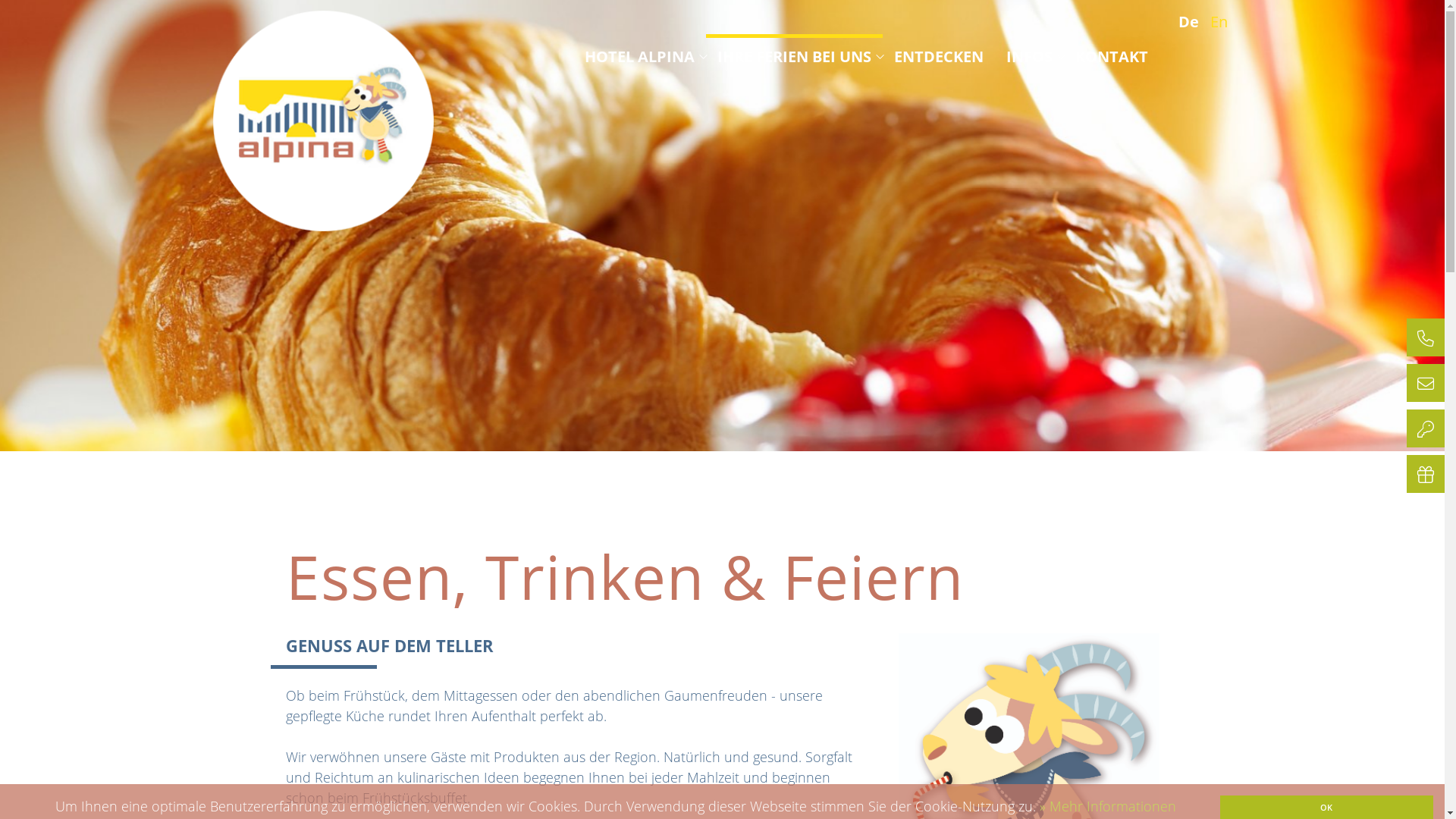  What do you see at coordinates (937, 55) in the screenshot?
I see `'ENTDECKEN'` at bounding box center [937, 55].